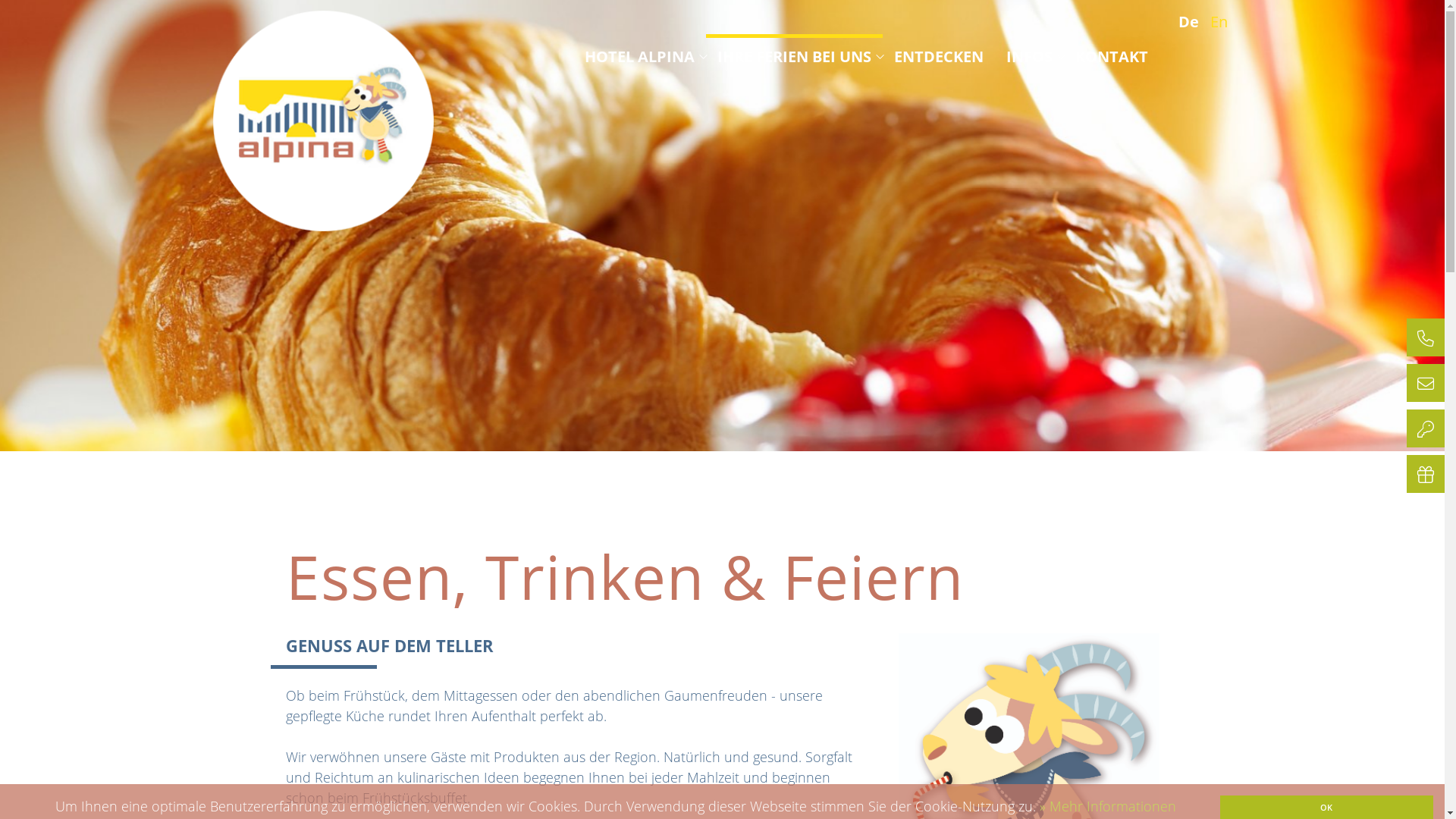  What do you see at coordinates (937, 55) in the screenshot?
I see `'ENTDECKEN'` at bounding box center [937, 55].